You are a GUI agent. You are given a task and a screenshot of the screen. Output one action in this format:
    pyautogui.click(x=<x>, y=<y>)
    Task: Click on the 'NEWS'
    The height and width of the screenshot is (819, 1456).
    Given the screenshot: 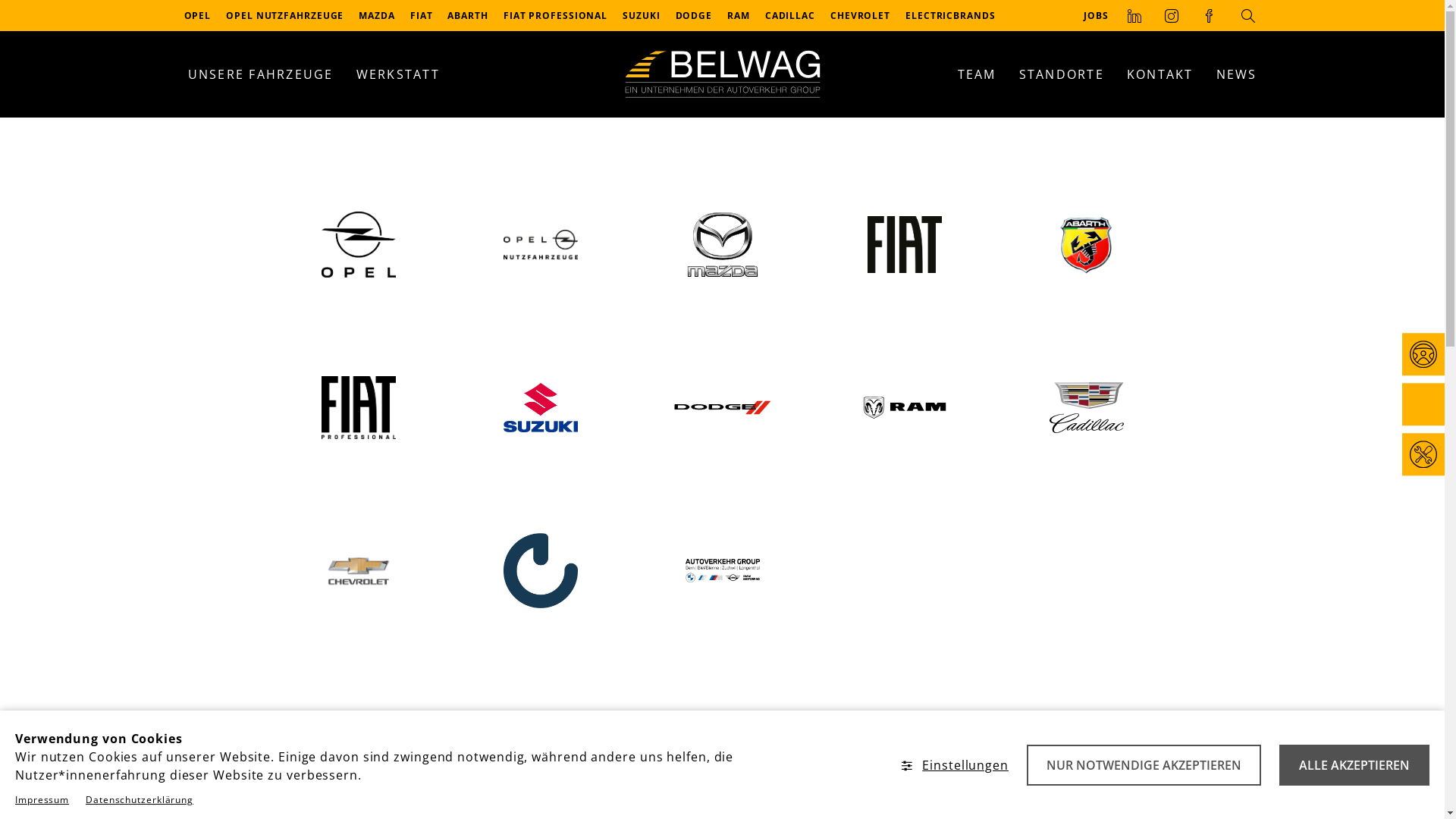 What is the action you would take?
    pyautogui.click(x=1236, y=74)
    